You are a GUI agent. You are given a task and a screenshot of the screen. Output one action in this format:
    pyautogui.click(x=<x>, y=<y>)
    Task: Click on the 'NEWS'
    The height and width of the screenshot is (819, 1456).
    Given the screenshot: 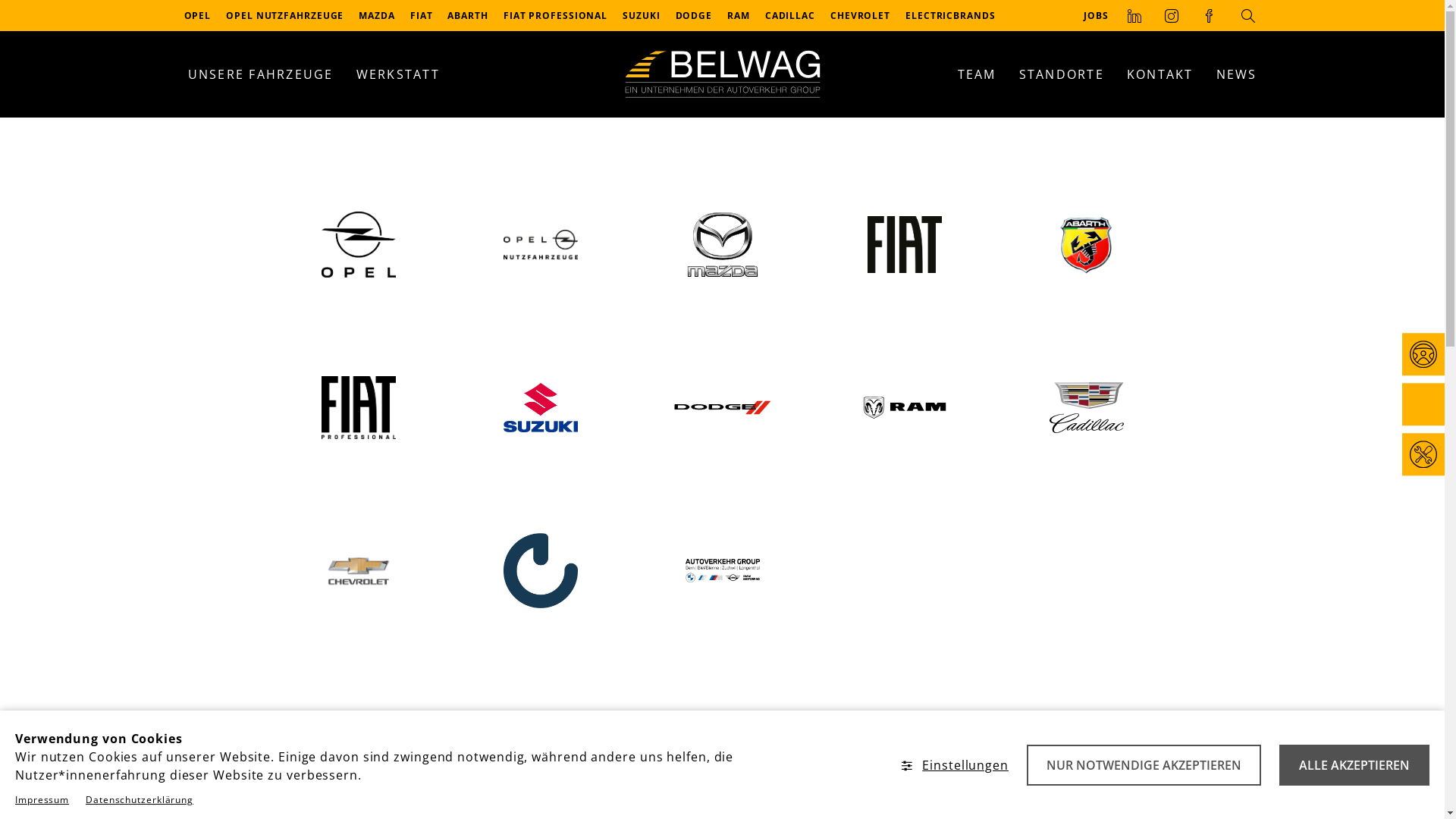 What is the action you would take?
    pyautogui.click(x=1236, y=74)
    